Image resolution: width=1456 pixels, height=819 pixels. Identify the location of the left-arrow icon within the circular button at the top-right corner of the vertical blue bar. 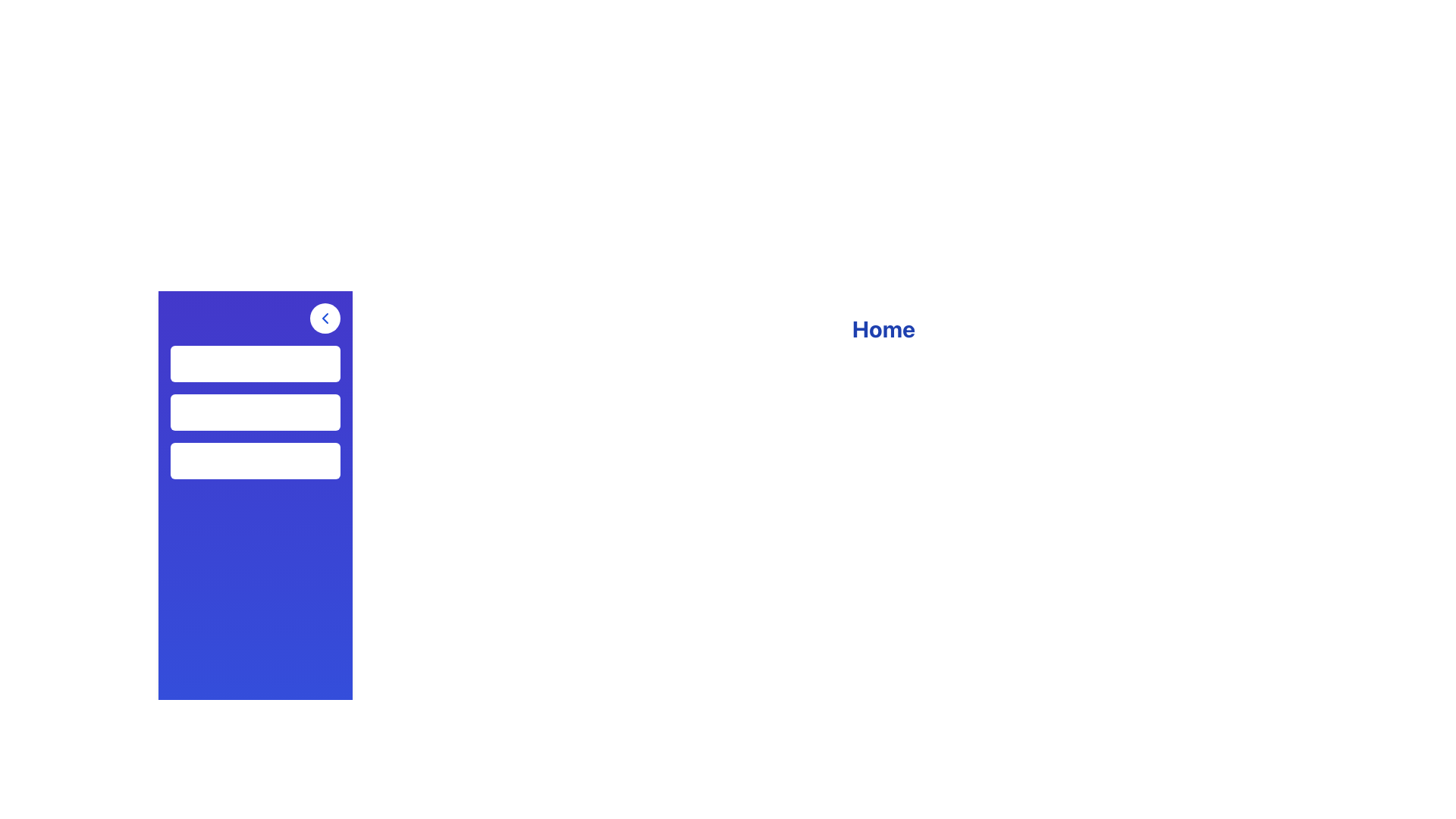
(324, 318).